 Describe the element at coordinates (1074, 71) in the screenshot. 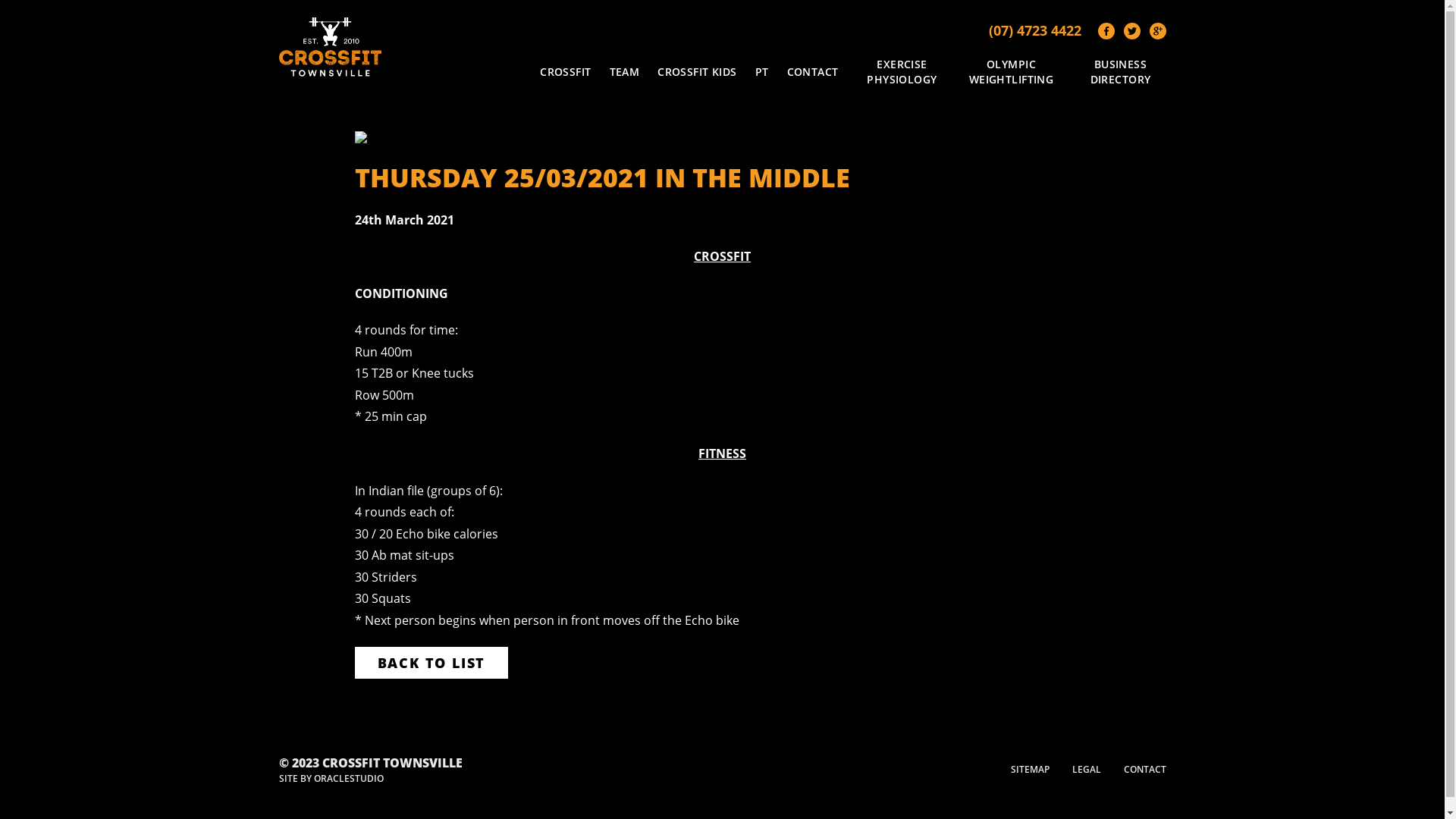

I see `'BUSINESS DIRECTORY'` at that location.